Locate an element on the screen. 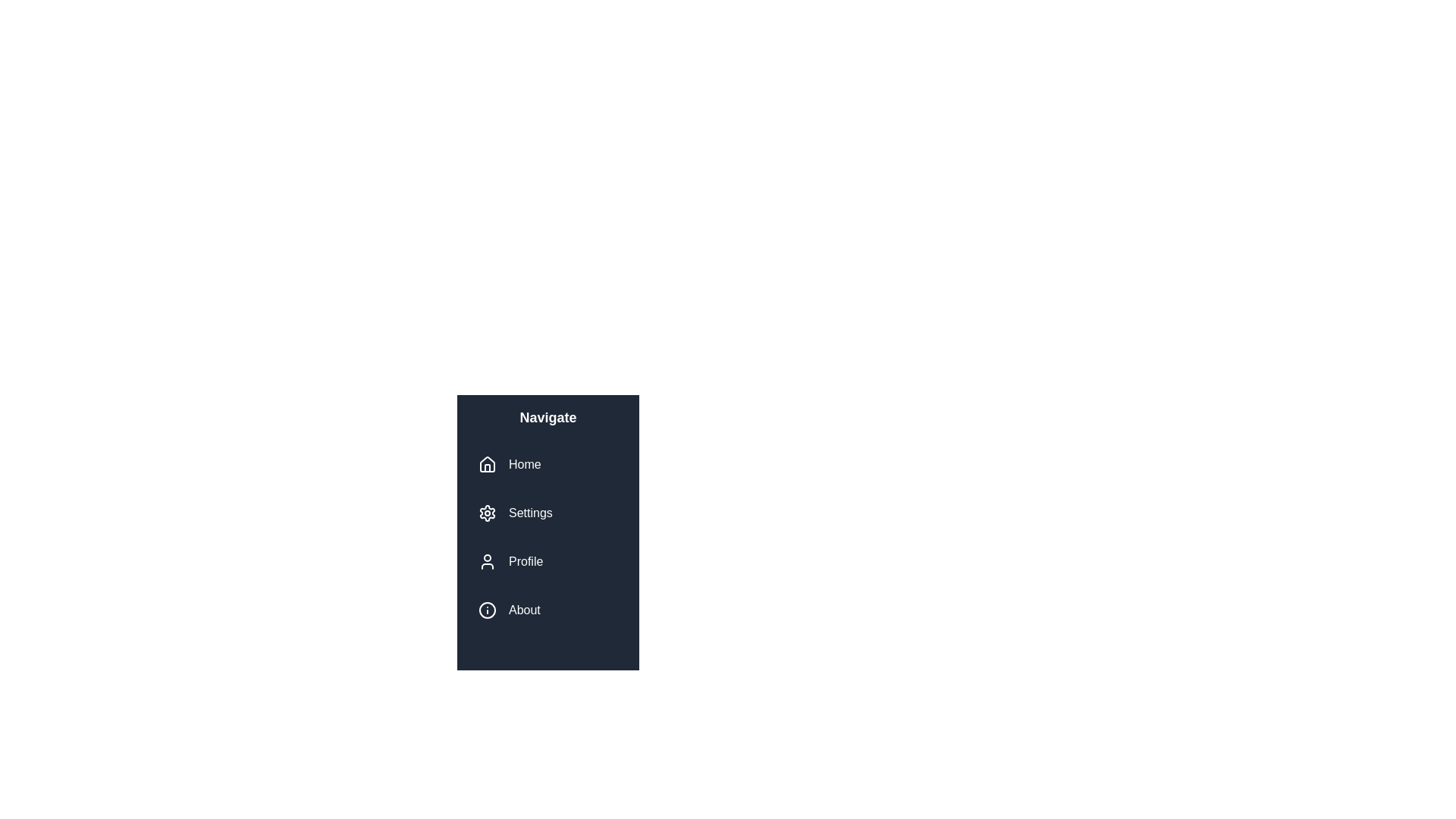 The image size is (1456, 819). the 'Settings' menu item in the Sidebar navigation menu is located at coordinates (548, 537).